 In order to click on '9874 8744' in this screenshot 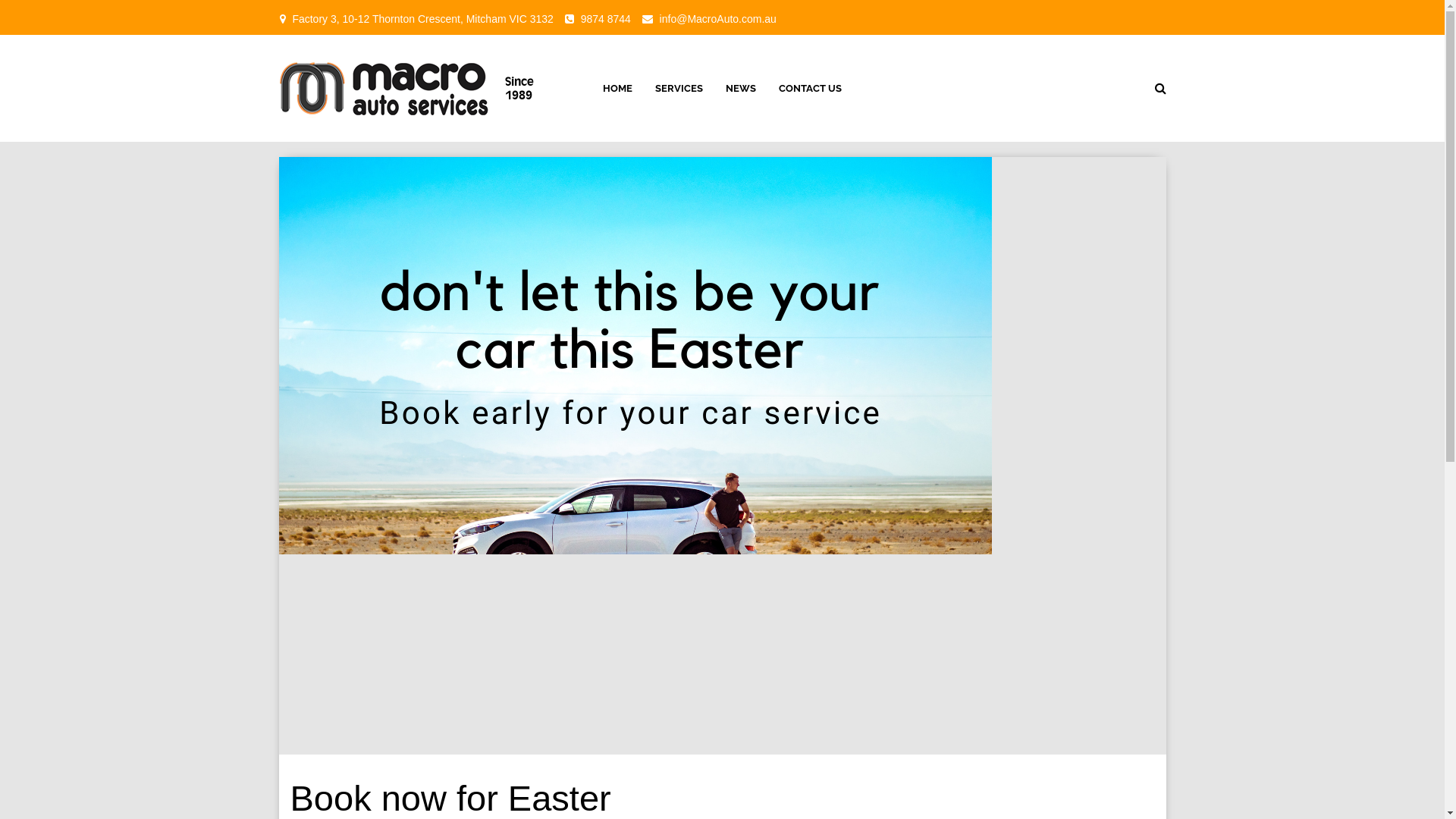, I will do `click(580, 18)`.